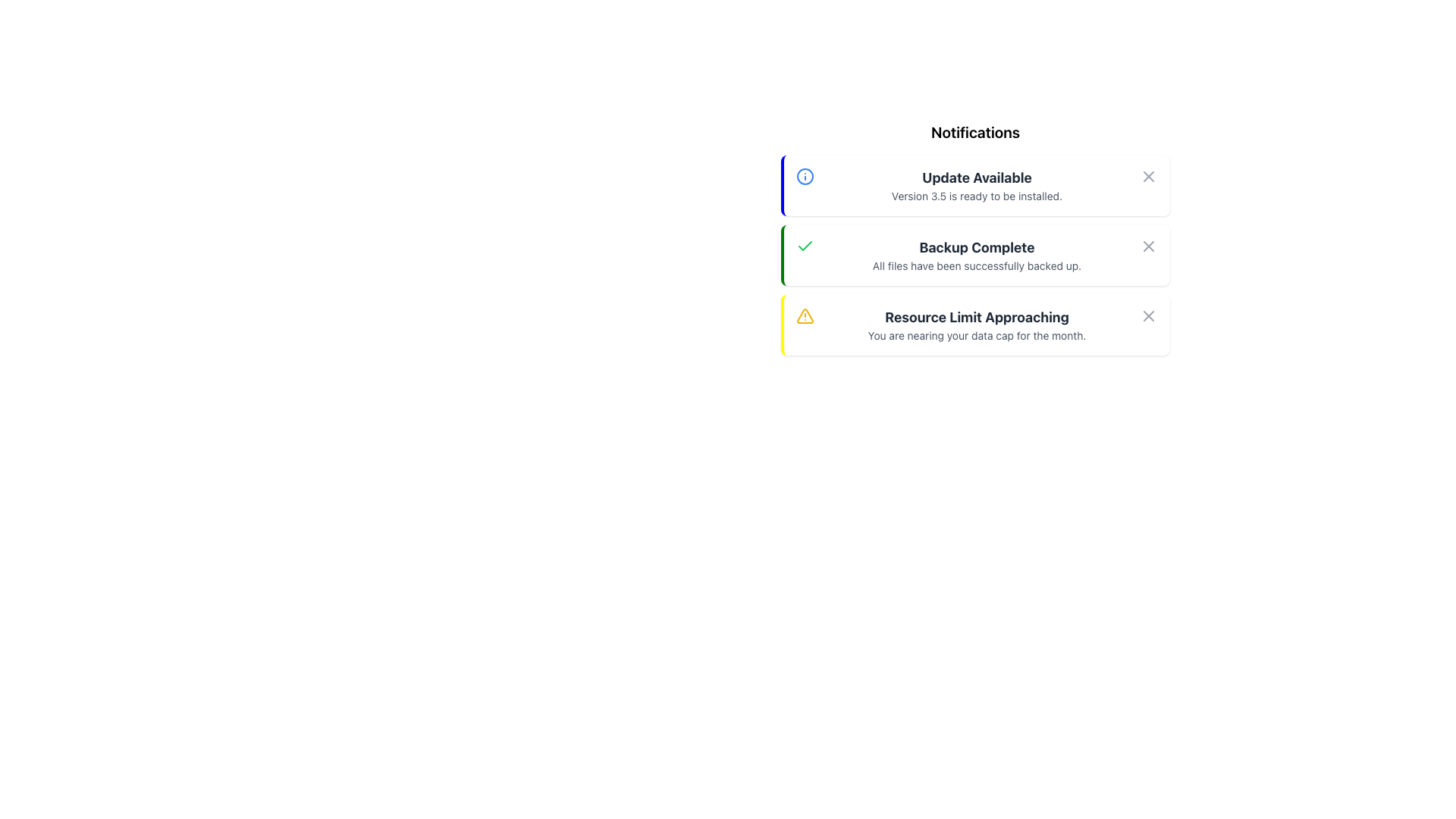  I want to click on the static text displaying 'Version 3.5 is ready to be installed.' which is located below the title 'Update Available' in a notification card, so click(977, 195).